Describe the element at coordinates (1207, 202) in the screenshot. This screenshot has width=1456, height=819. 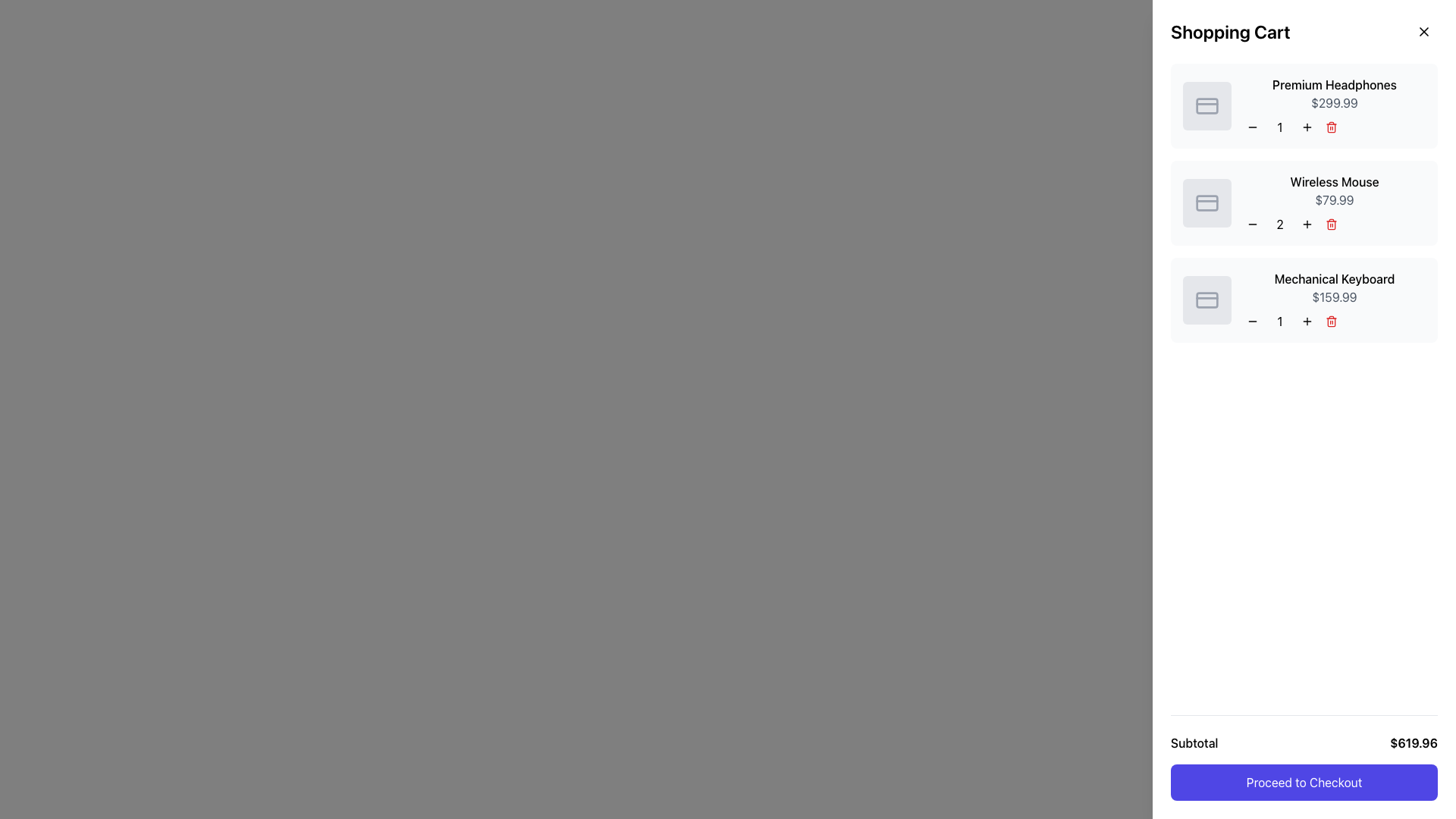
I see `the shopping cart icon, which is a visual identifier for items in the cart, located within a grey, rounded, square-shaped button that is the second item in a vertical list of three items` at that location.